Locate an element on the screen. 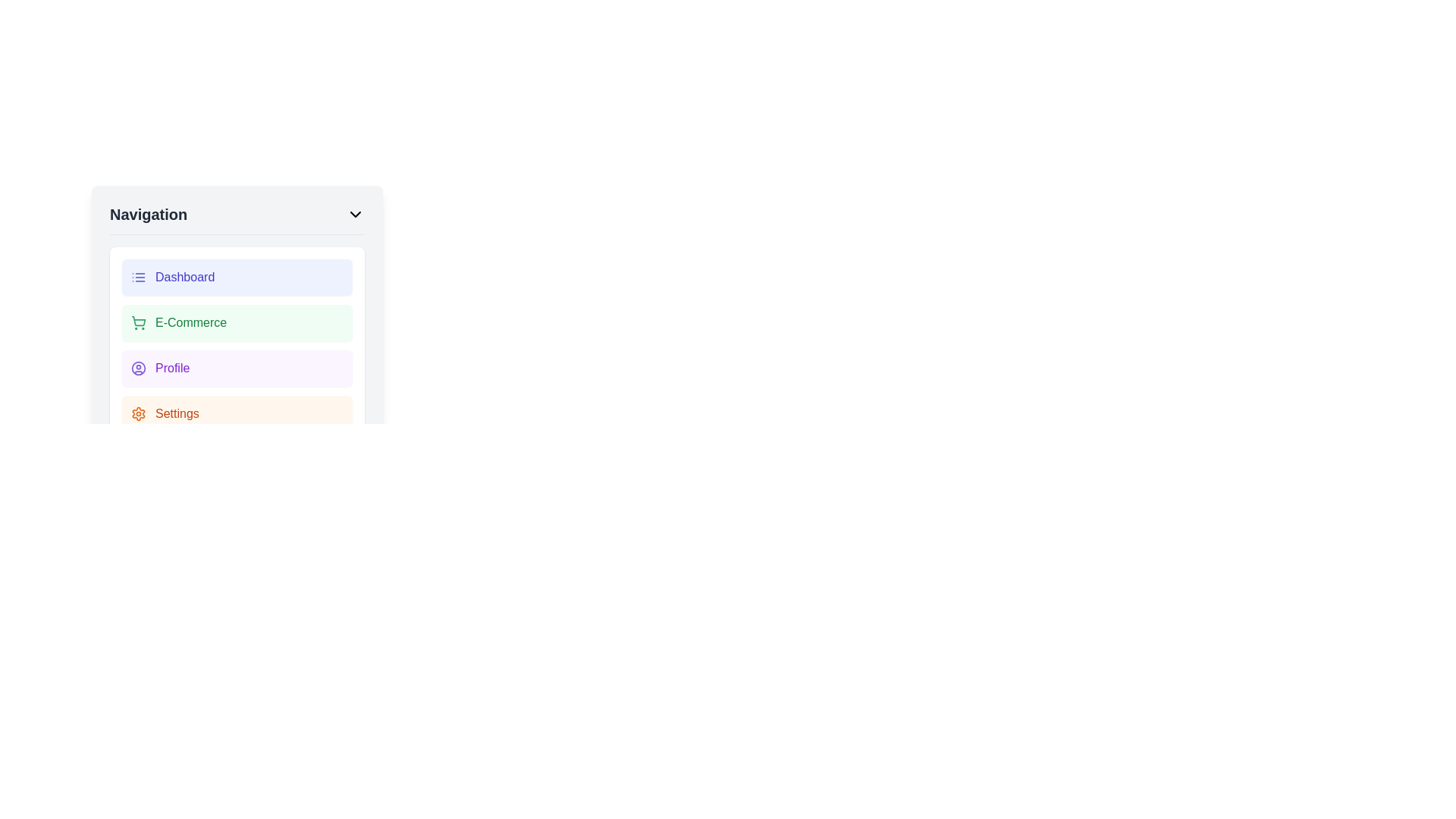  the downward-pointing chevron icon located to the right of the 'Navigation' label is located at coordinates (355, 214).